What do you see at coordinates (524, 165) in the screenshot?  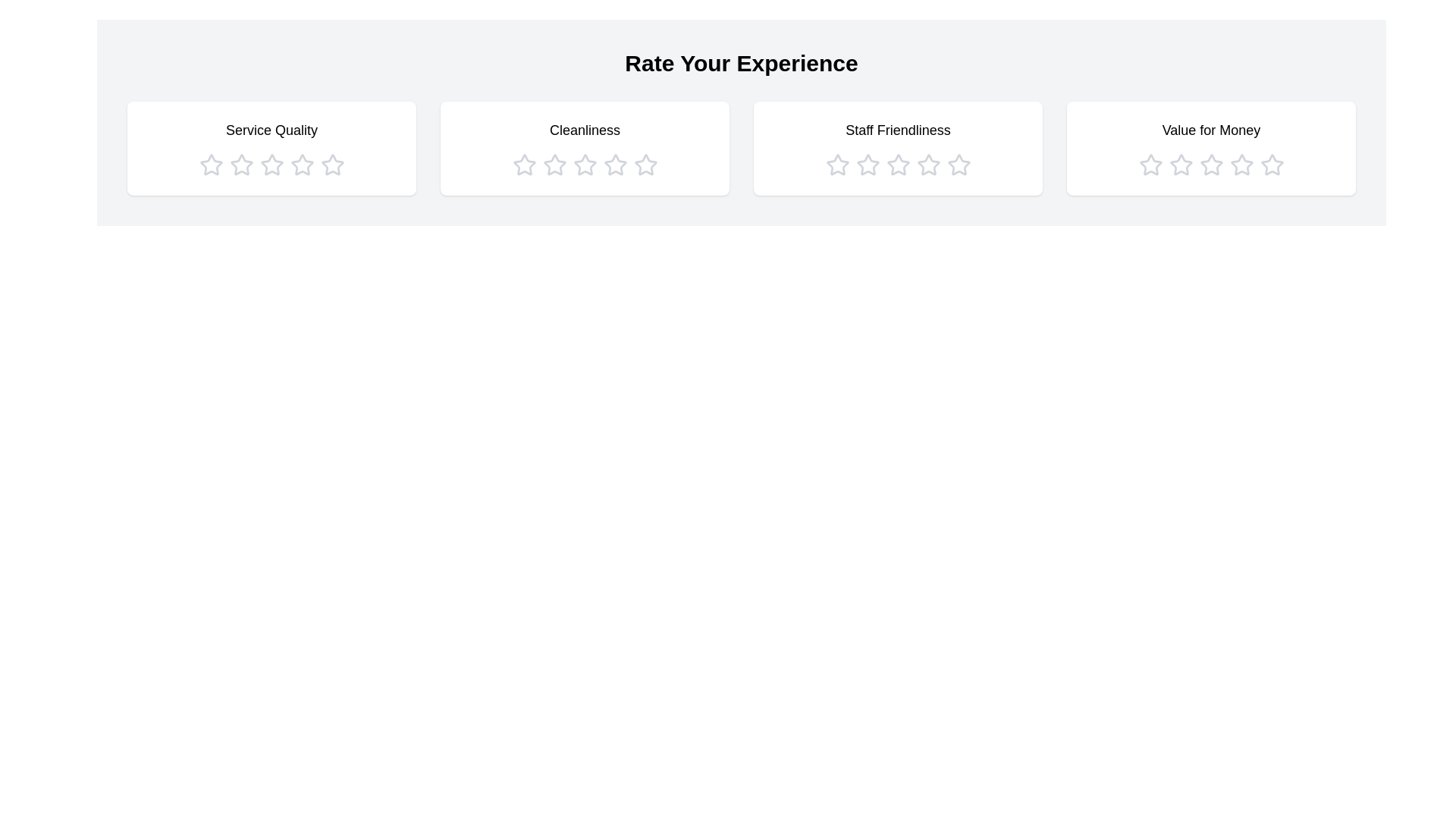 I see `the star icon corresponding to 1 stars in the category Cleanliness` at bounding box center [524, 165].